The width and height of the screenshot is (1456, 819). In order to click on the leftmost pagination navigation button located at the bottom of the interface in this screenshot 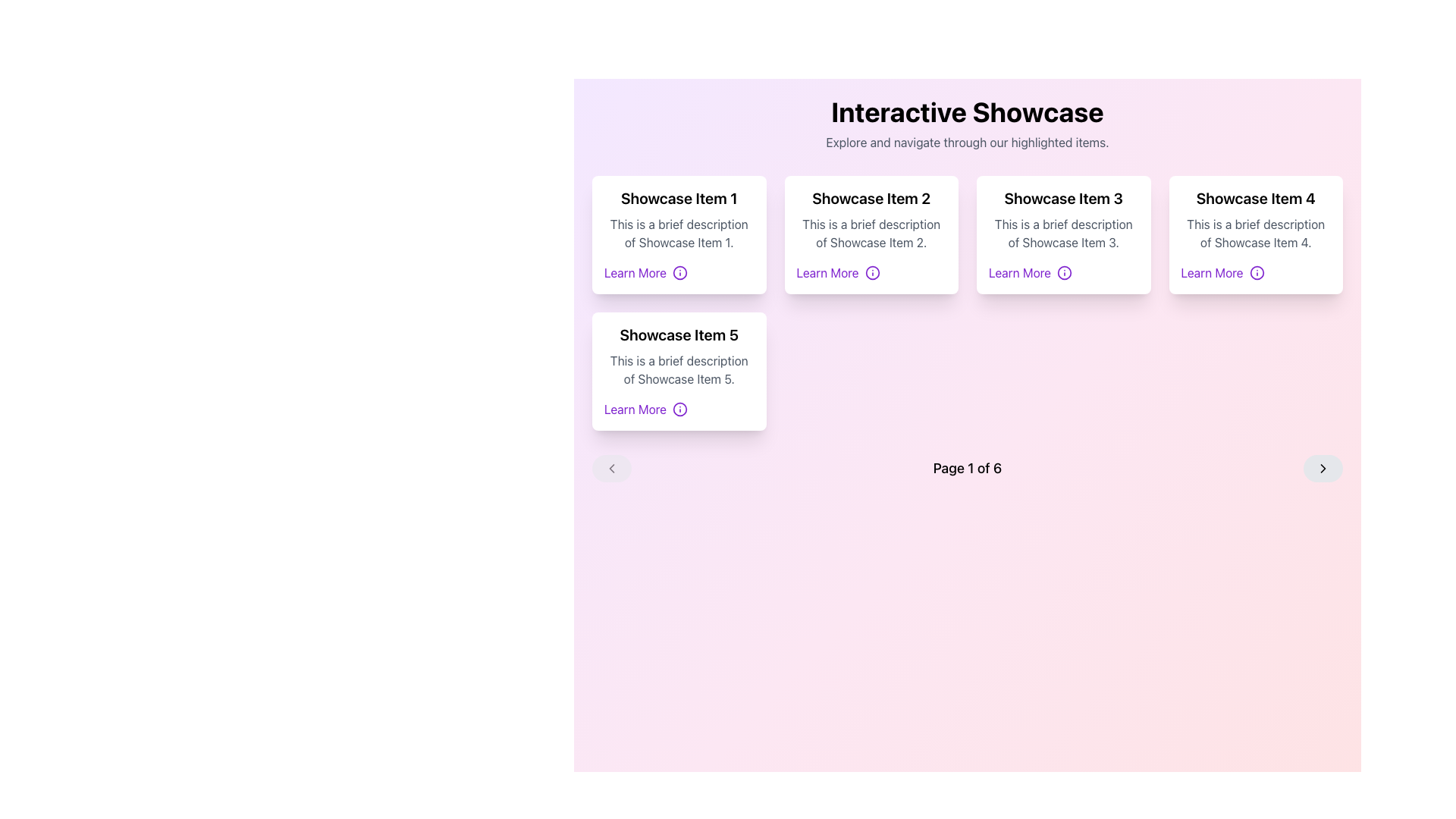, I will do `click(611, 467)`.